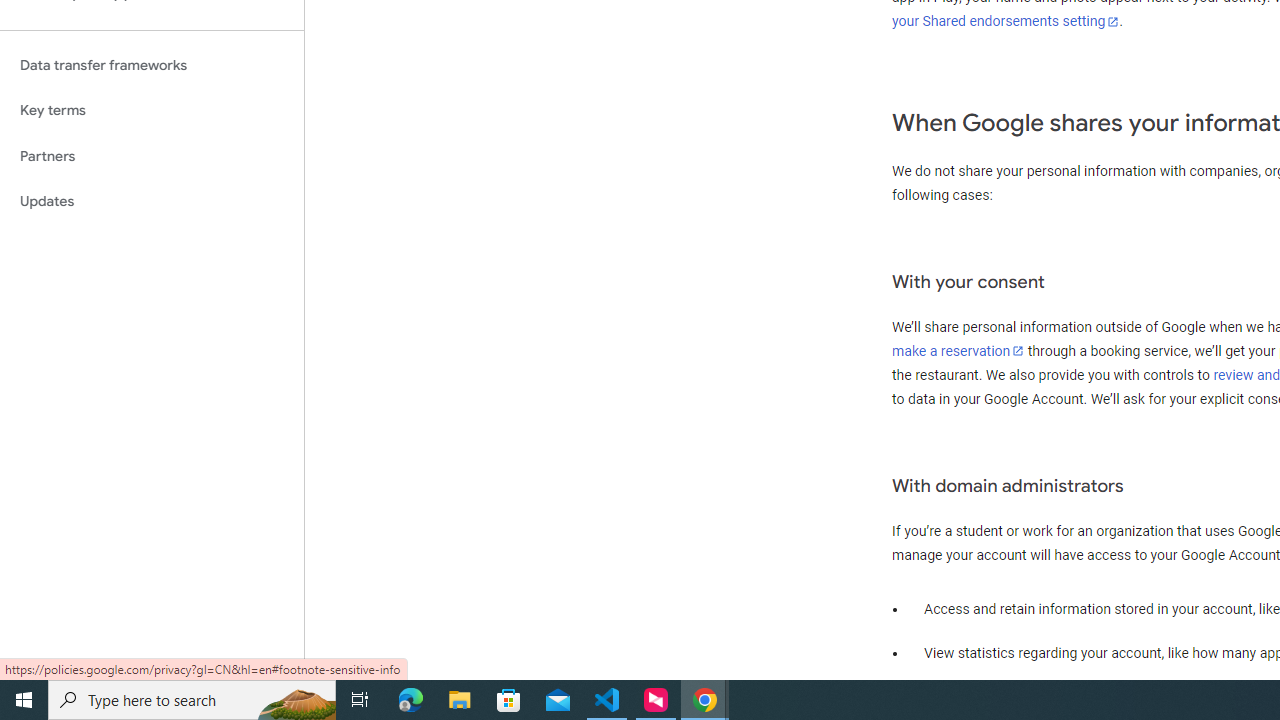  What do you see at coordinates (151, 201) in the screenshot?
I see `'Updates'` at bounding box center [151, 201].